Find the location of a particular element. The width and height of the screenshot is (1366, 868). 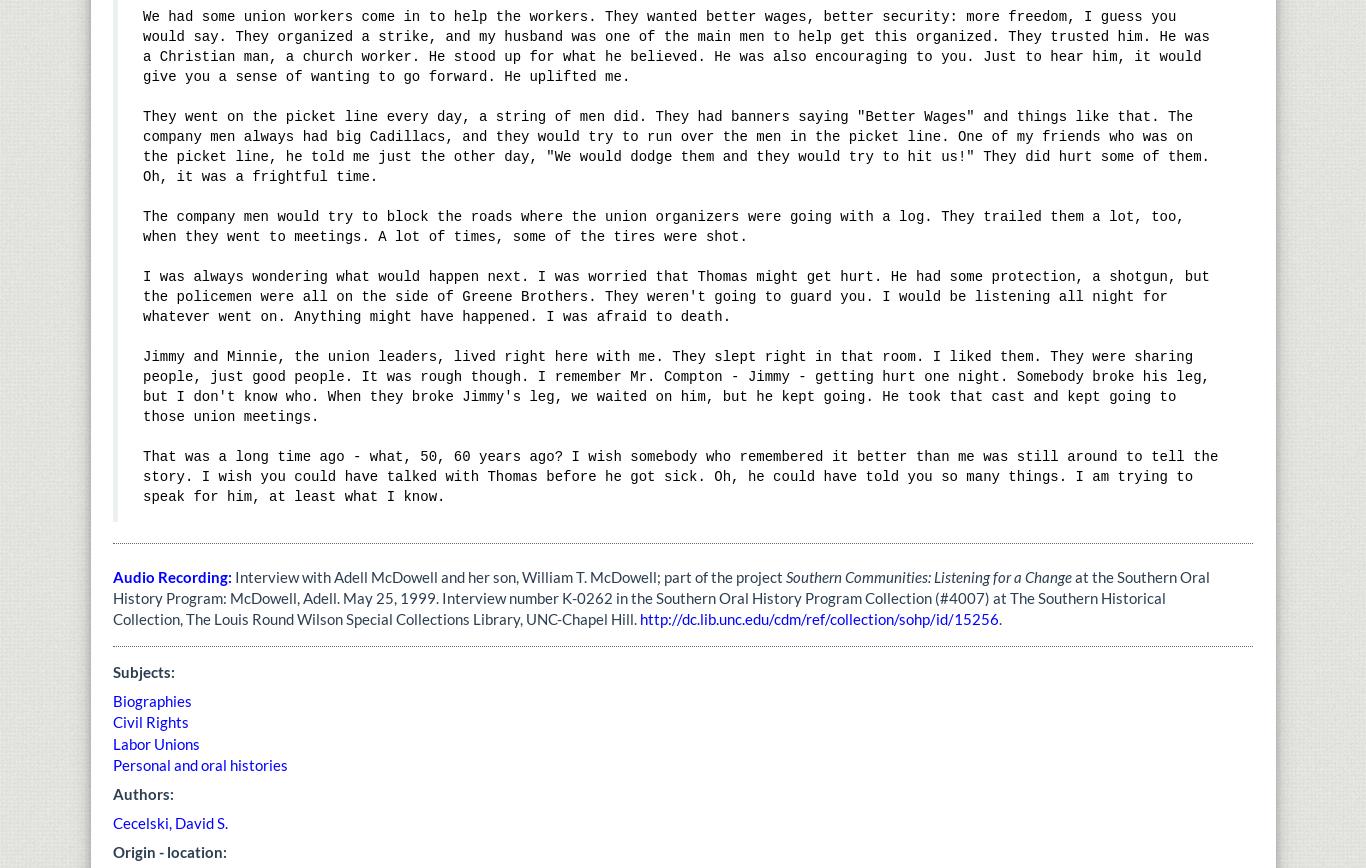

'at the Southern Oral History Program: McDowell, Adell. May 25, 1999. Interview number K-0262 in the Southern Oral History Program Collection (#4007) at The Southern Historical Collection, The Louis Round Wilson Special Collections Library, UNC-Chapel Hill.' is located at coordinates (112, 597).